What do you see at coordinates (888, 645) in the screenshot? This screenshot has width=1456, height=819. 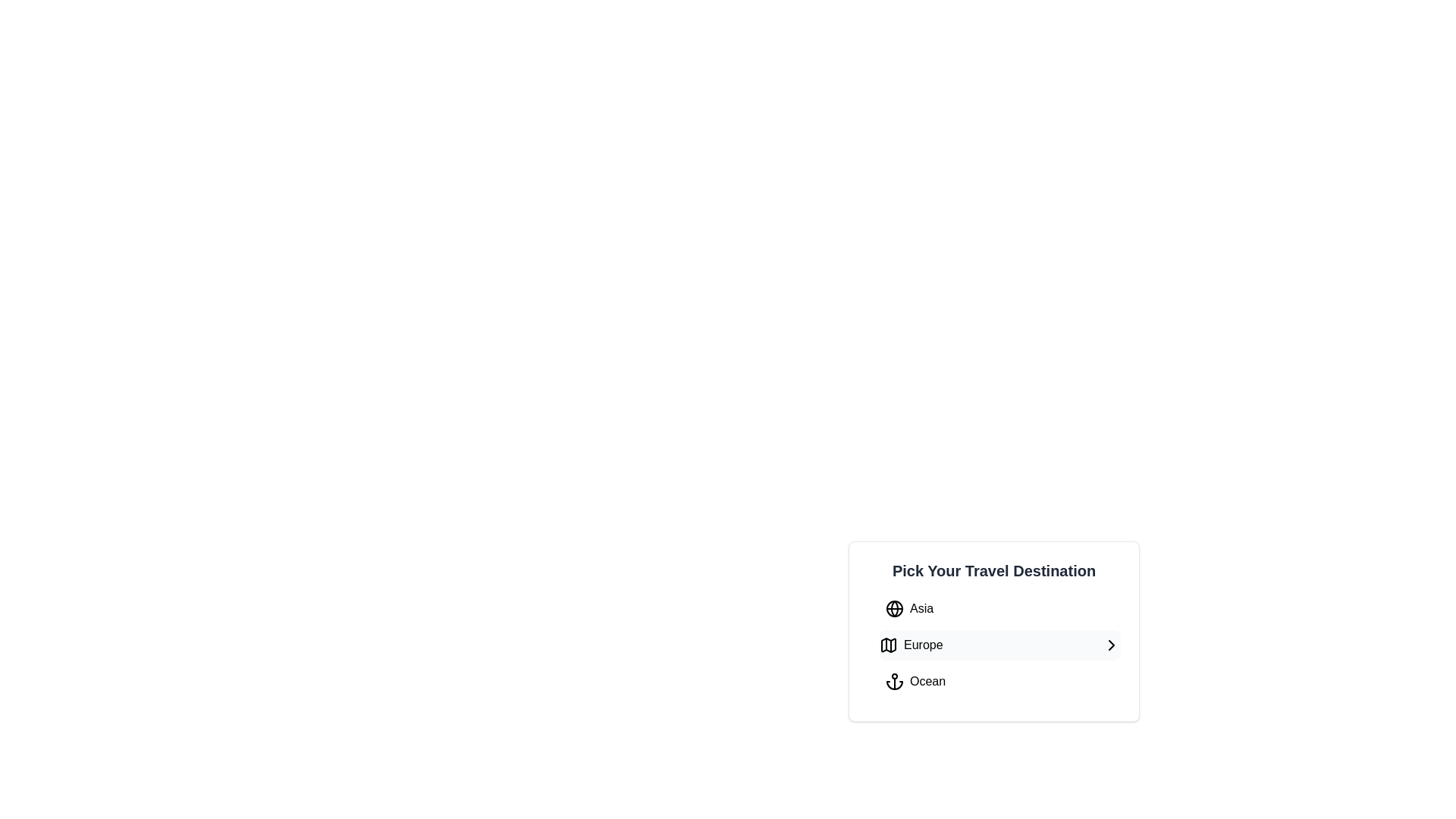 I see `the 'Europe' graphic icon in the menu` at bounding box center [888, 645].